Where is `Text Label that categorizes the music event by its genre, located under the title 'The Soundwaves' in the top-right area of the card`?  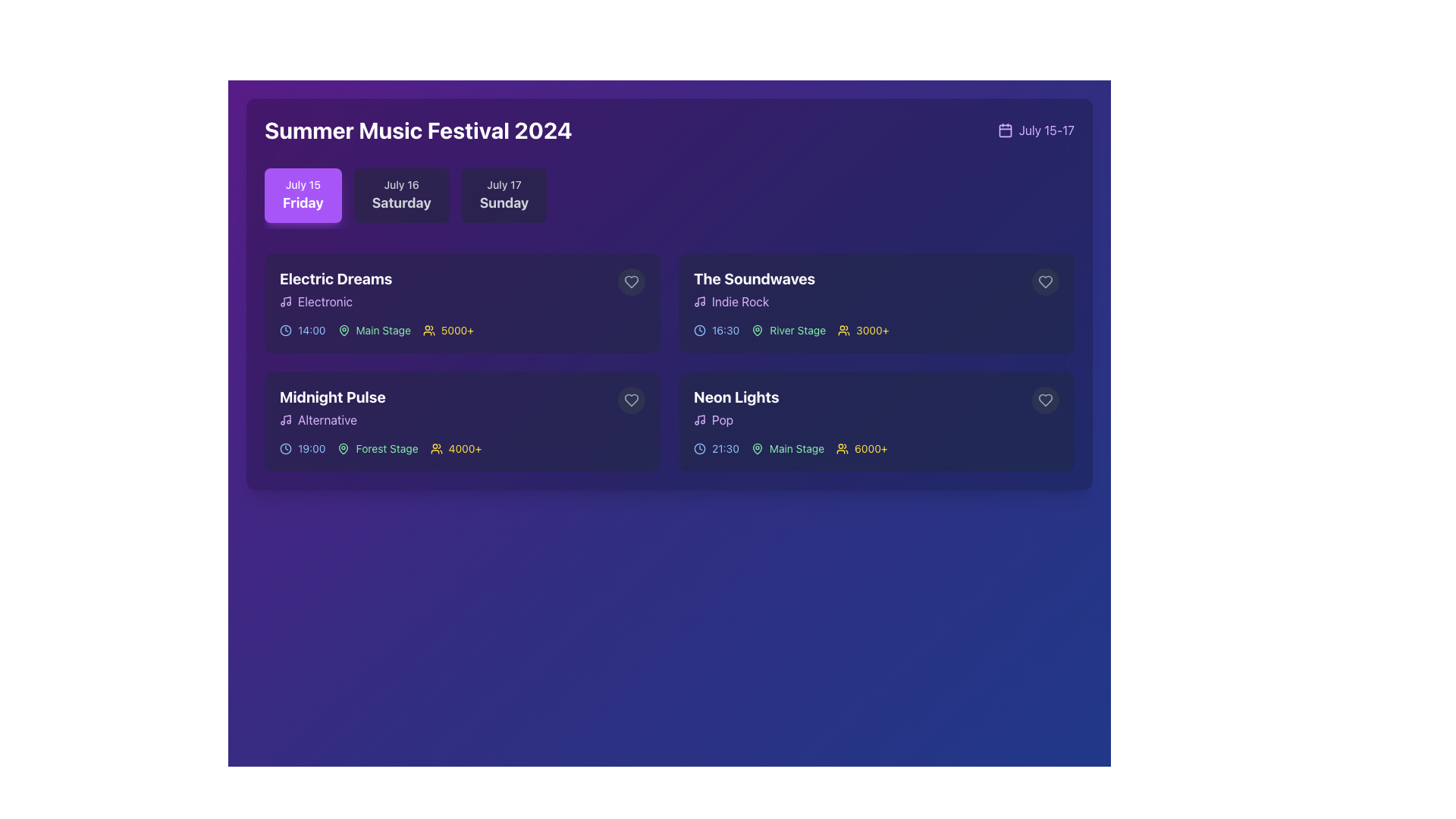 Text Label that categorizes the music event by its genre, located under the title 'The Soundwaves' in the top-right area of the card is located at coordinates (740, 301).